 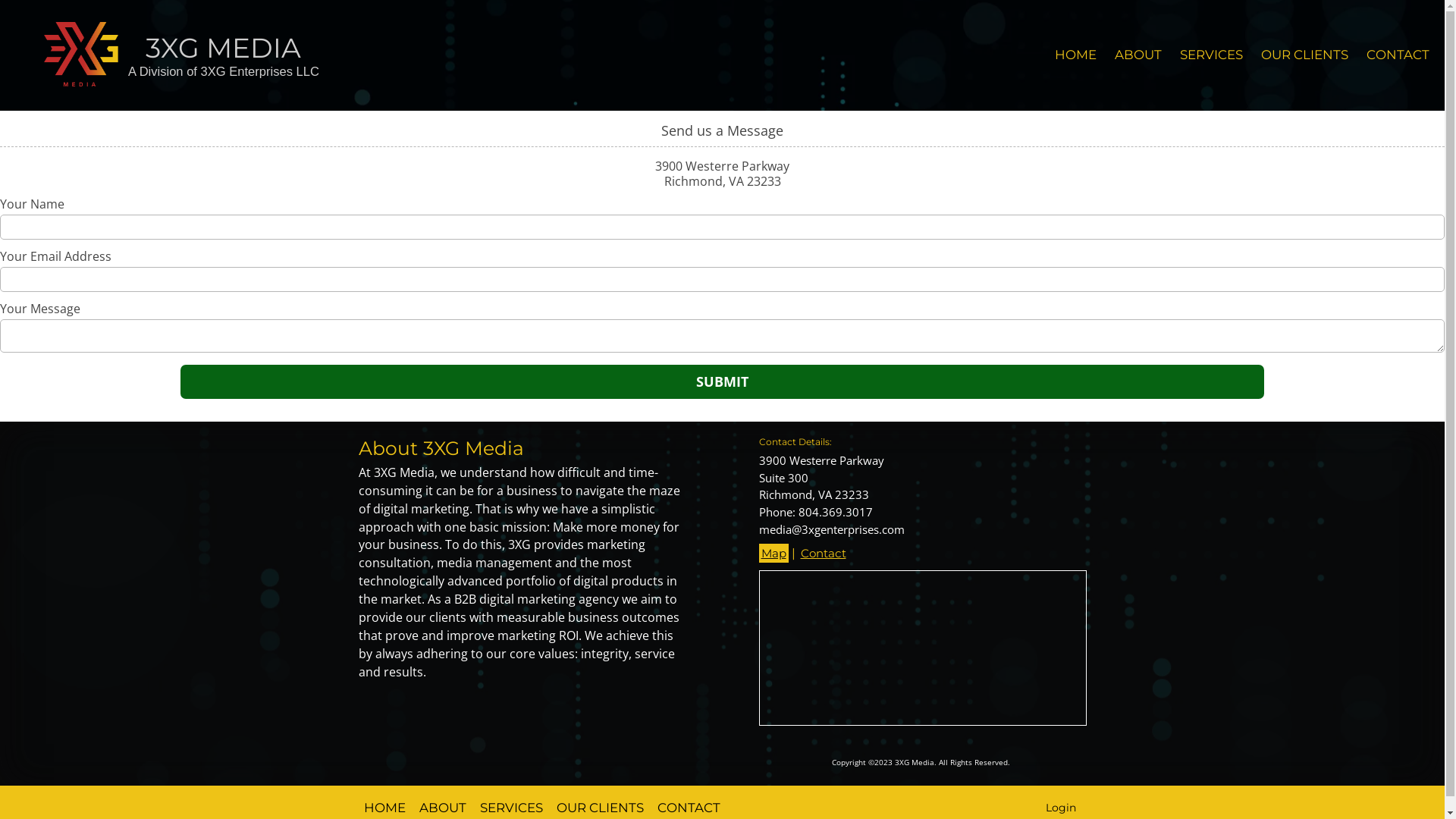 I want to click on '804.369.3017', so click(x=796, y=512).